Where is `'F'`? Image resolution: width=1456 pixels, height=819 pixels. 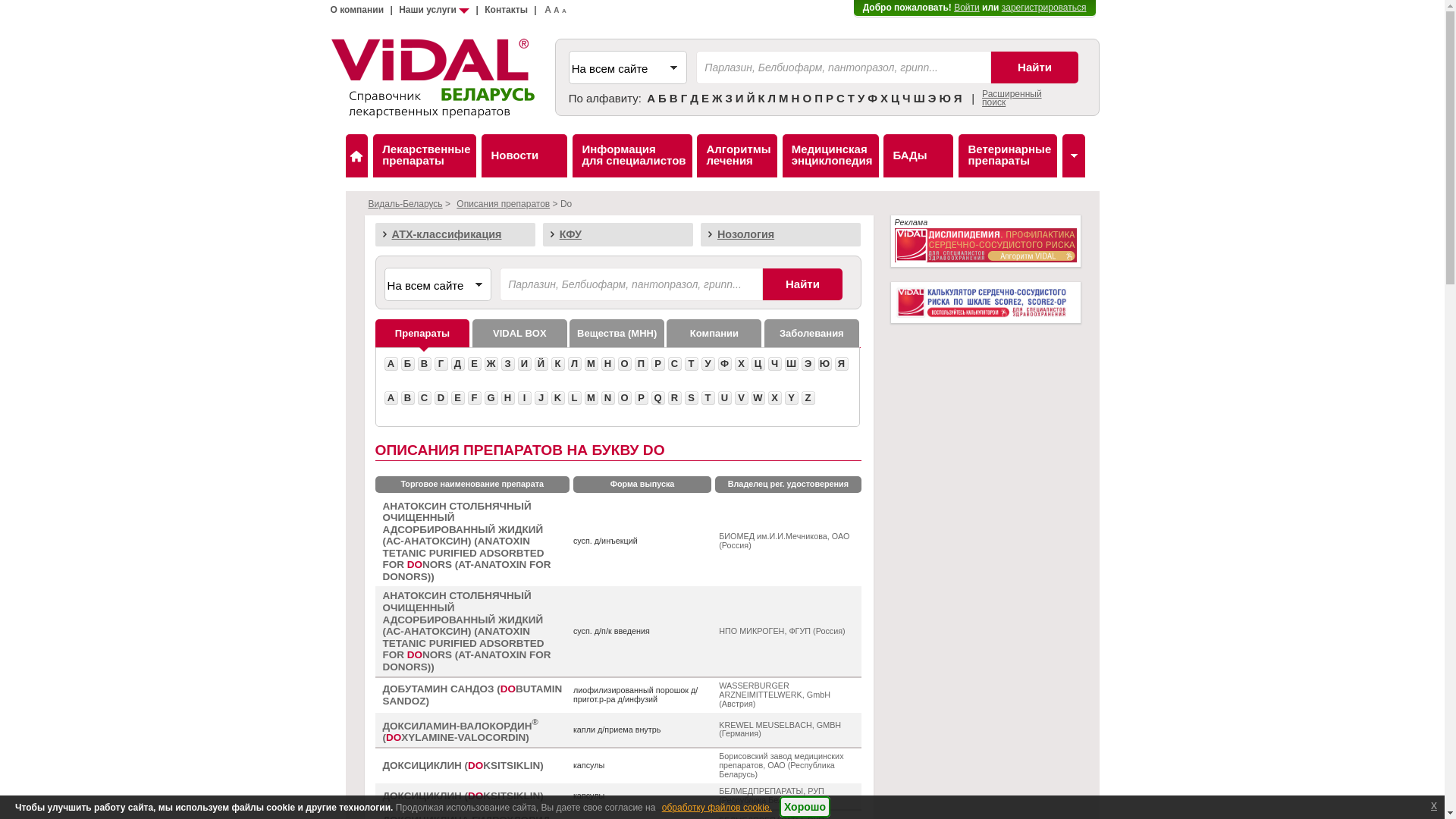
'F' is located at coordinates (472, 397).